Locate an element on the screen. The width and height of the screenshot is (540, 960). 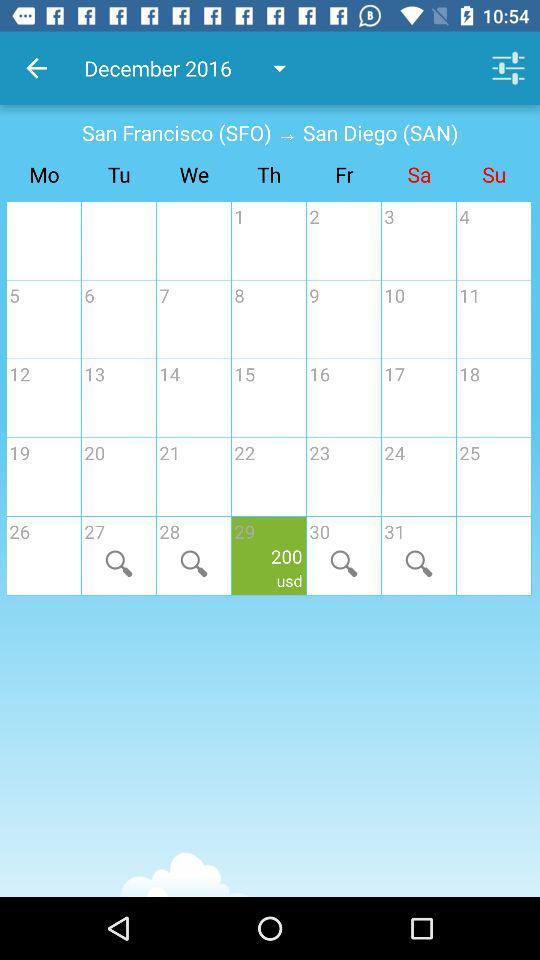
icon next to the december 2016 item is located at coordinates (36, 68).